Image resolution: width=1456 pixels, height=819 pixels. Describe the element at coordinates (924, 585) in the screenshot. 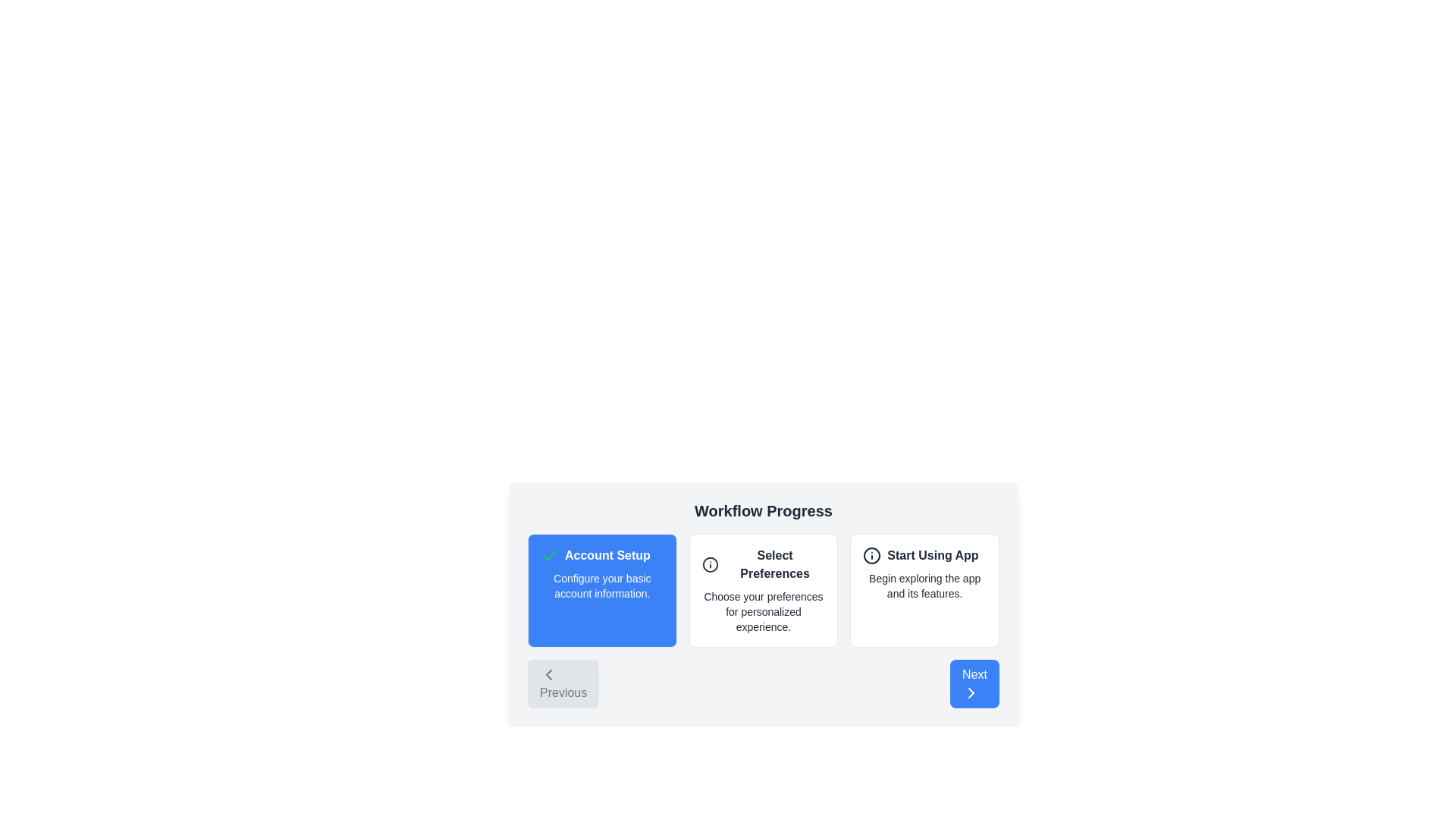

I see `the informational text element located directly below the 'Start Using App' bold text, which provides additional context or instructions` at that location.